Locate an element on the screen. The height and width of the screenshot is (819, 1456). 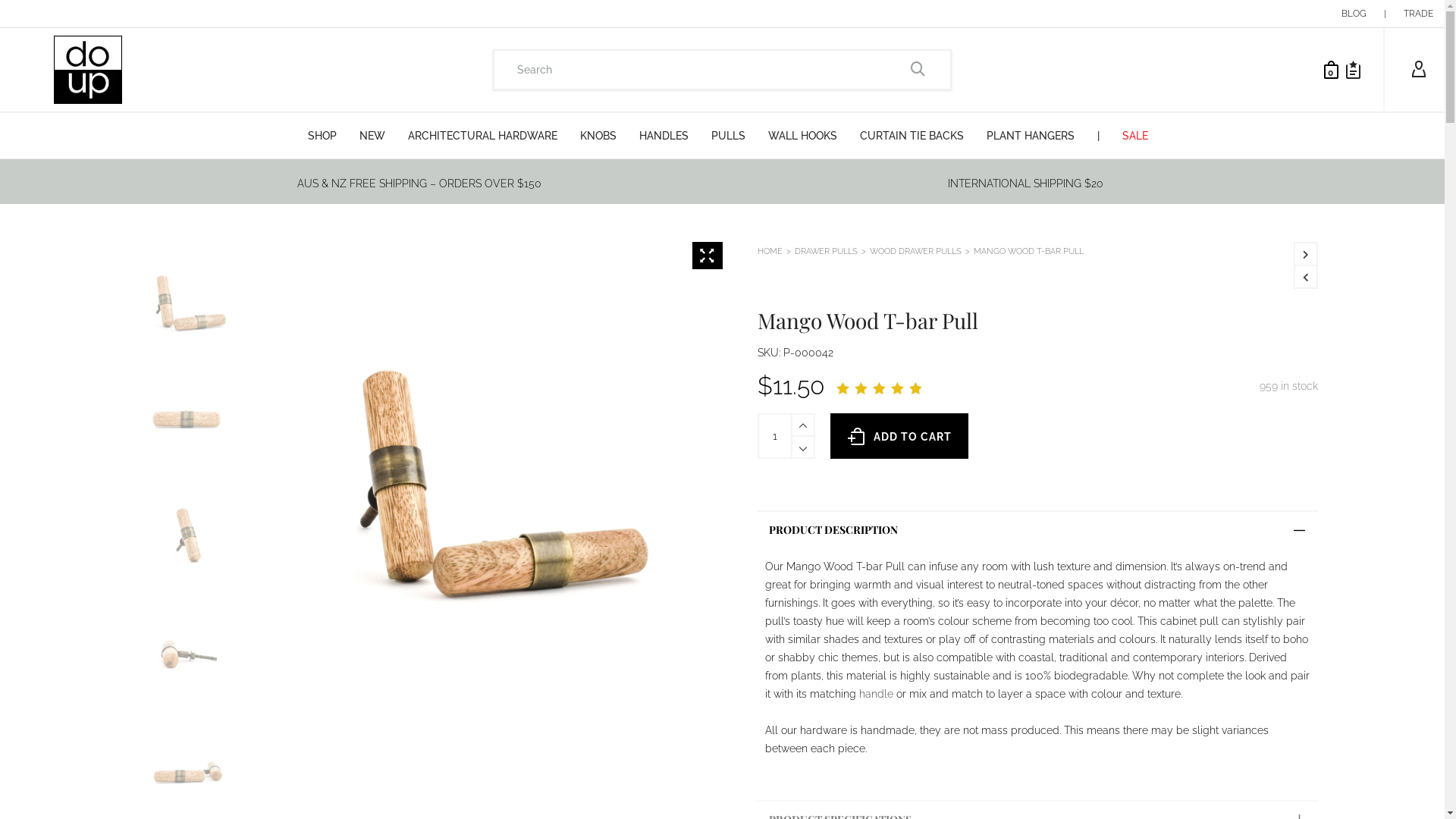
'BLOG' is located at coordinates (1354, 14).